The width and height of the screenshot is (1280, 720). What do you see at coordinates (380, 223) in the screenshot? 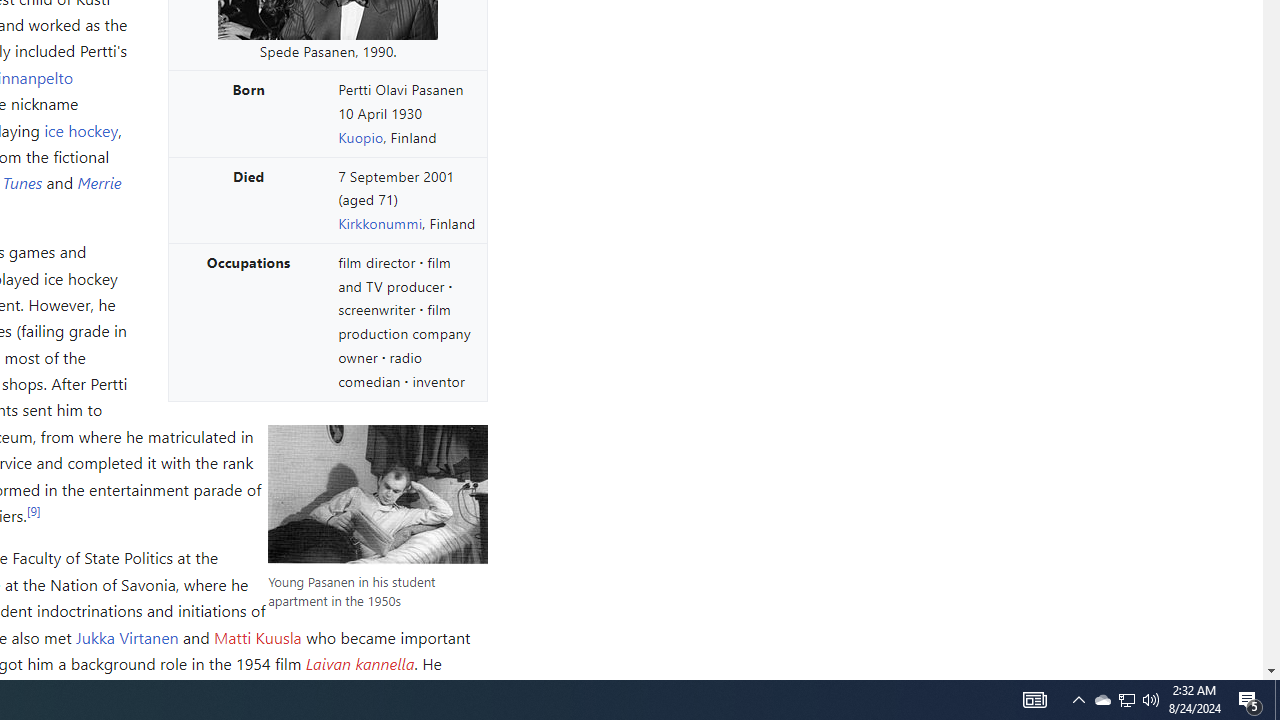
I see `'Kirkkonummi'` at bounding box center [380, 223].